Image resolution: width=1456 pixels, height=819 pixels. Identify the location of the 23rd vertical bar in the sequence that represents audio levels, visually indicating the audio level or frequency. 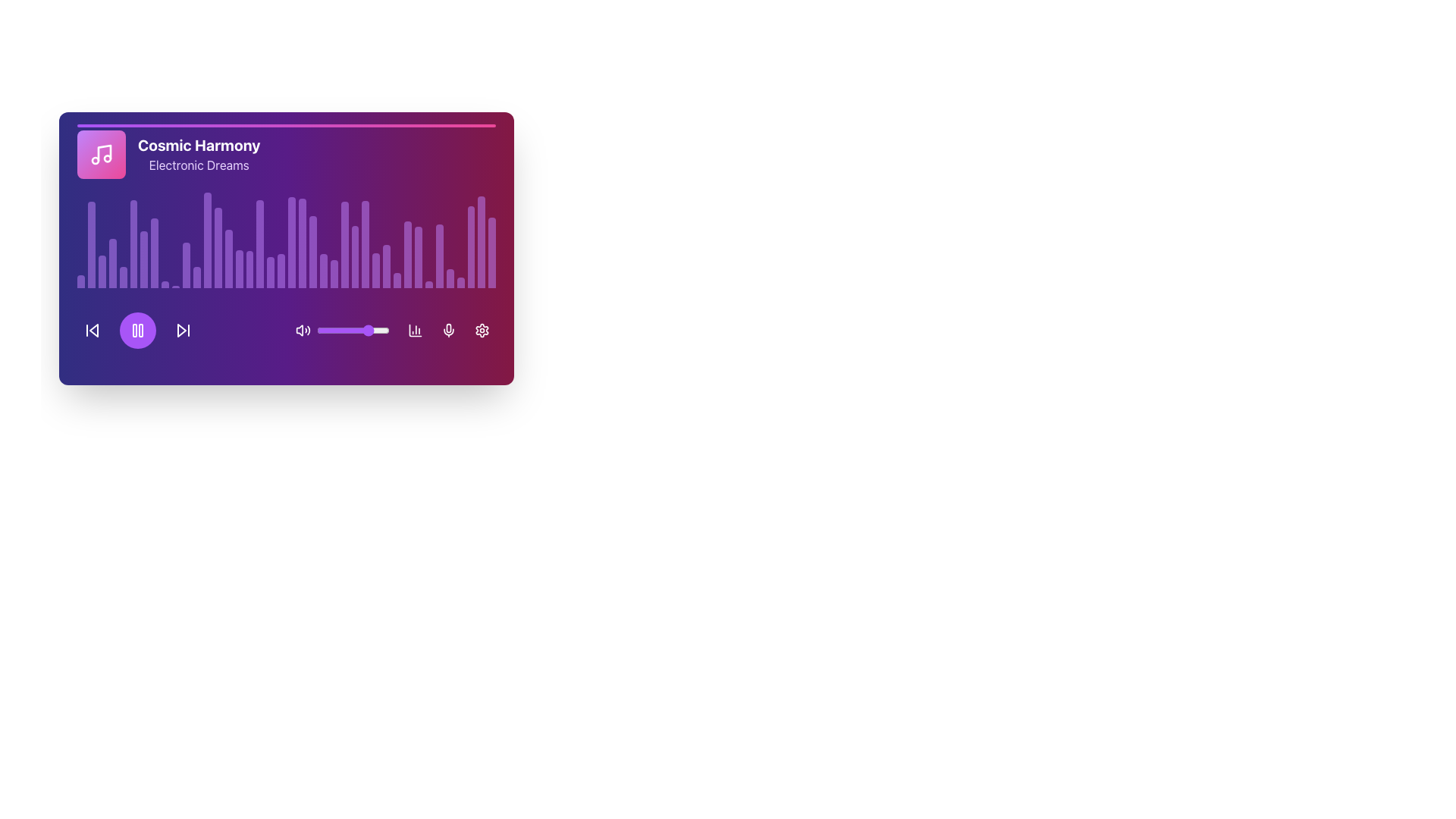
(312, 251).